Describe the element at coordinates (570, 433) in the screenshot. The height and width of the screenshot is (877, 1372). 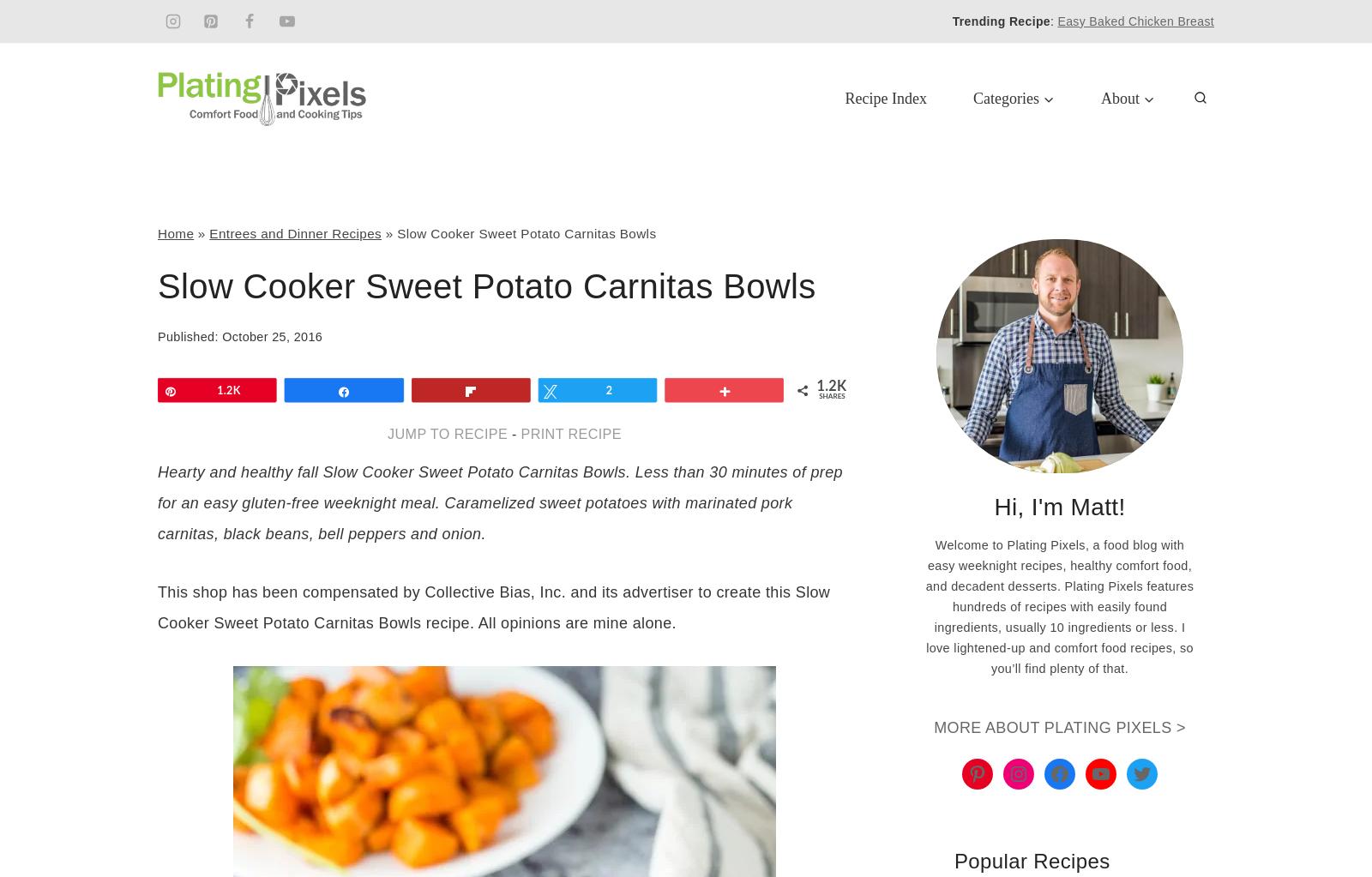
I see `'PRINT RECIPE'` at that location.